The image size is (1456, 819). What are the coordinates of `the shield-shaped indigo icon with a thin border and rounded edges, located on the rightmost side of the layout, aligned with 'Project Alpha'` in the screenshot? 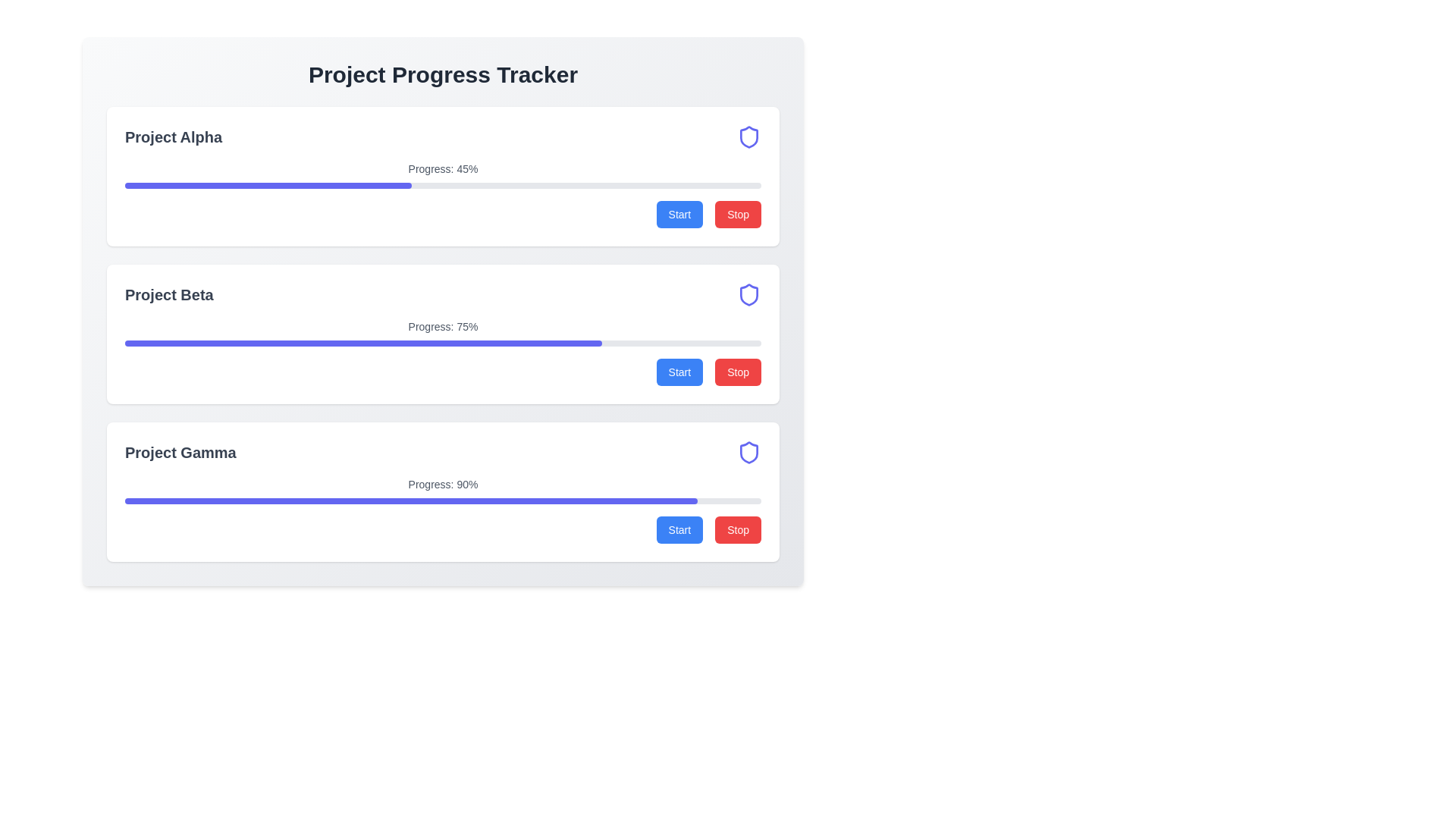 It's located at (749, 137).